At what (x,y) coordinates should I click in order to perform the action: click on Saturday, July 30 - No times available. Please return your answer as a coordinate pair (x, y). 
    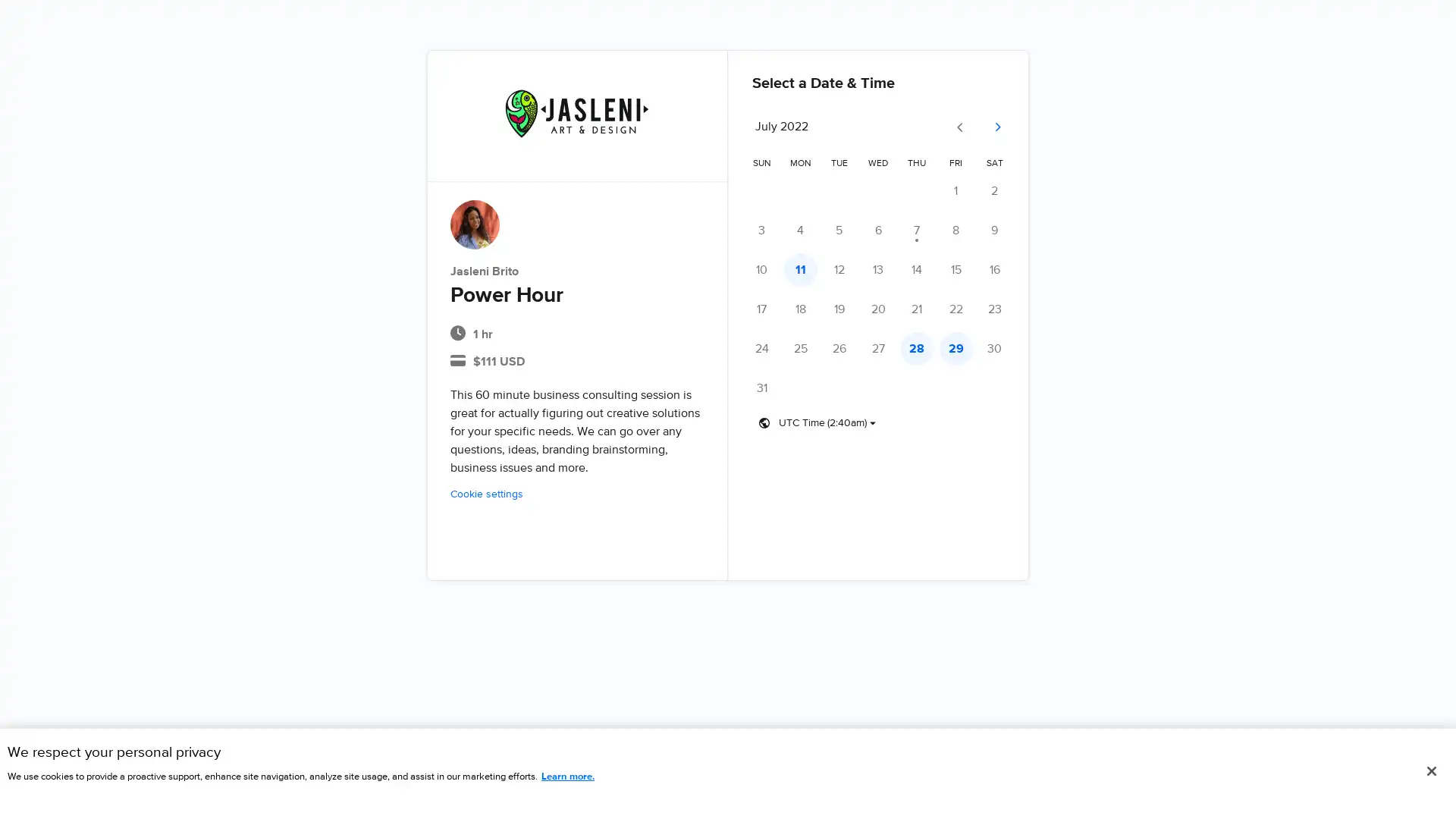
    Looking at the image, I should click on (996, 348).